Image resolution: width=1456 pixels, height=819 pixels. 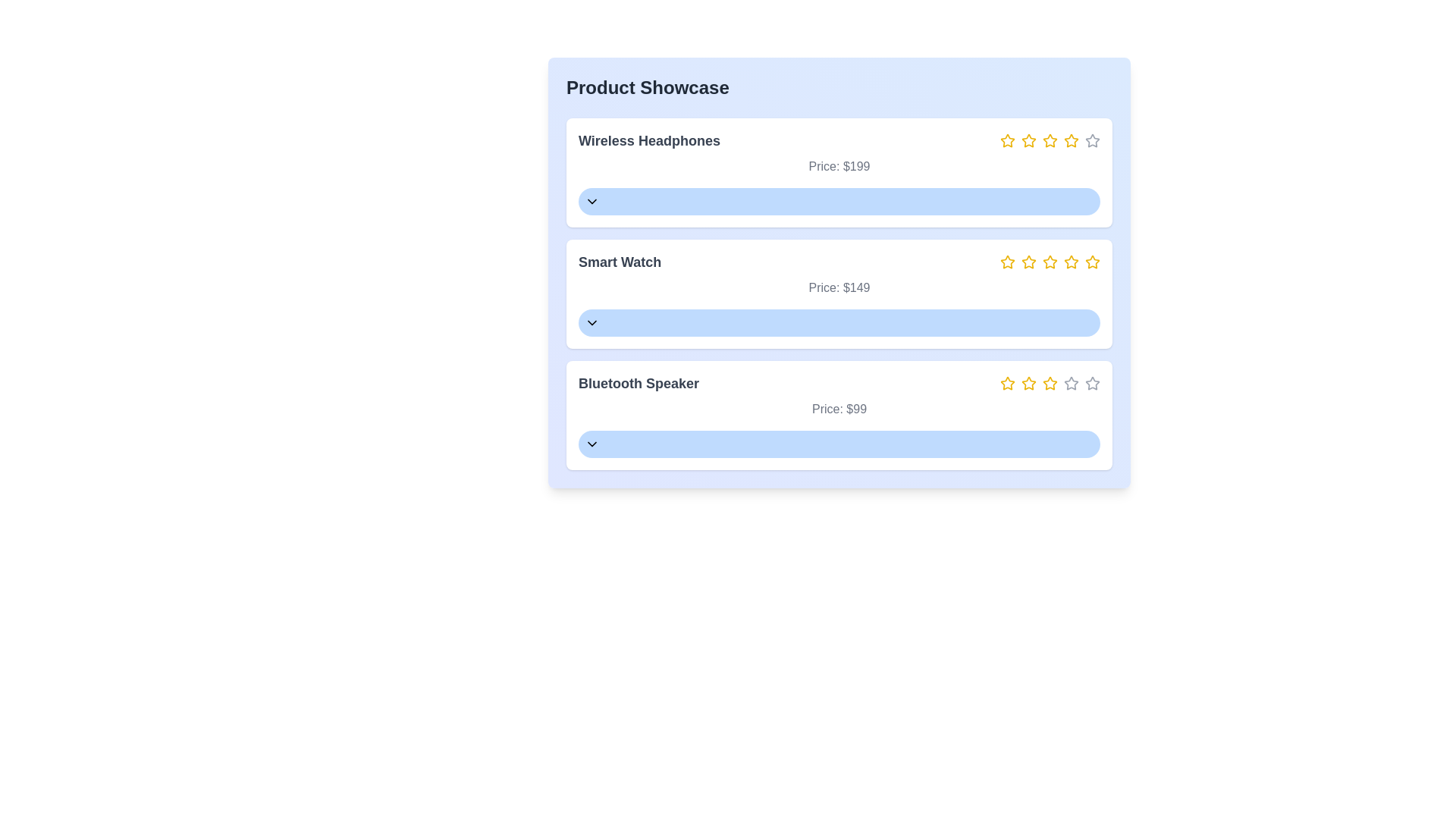 What do you see at coordinates (839, 166) in the screenshot?
I see `the informational text label displaying the price of the product, which is $199, located in the first card under the 'Wireless Headphones' header` at bounding box center [839, 166].